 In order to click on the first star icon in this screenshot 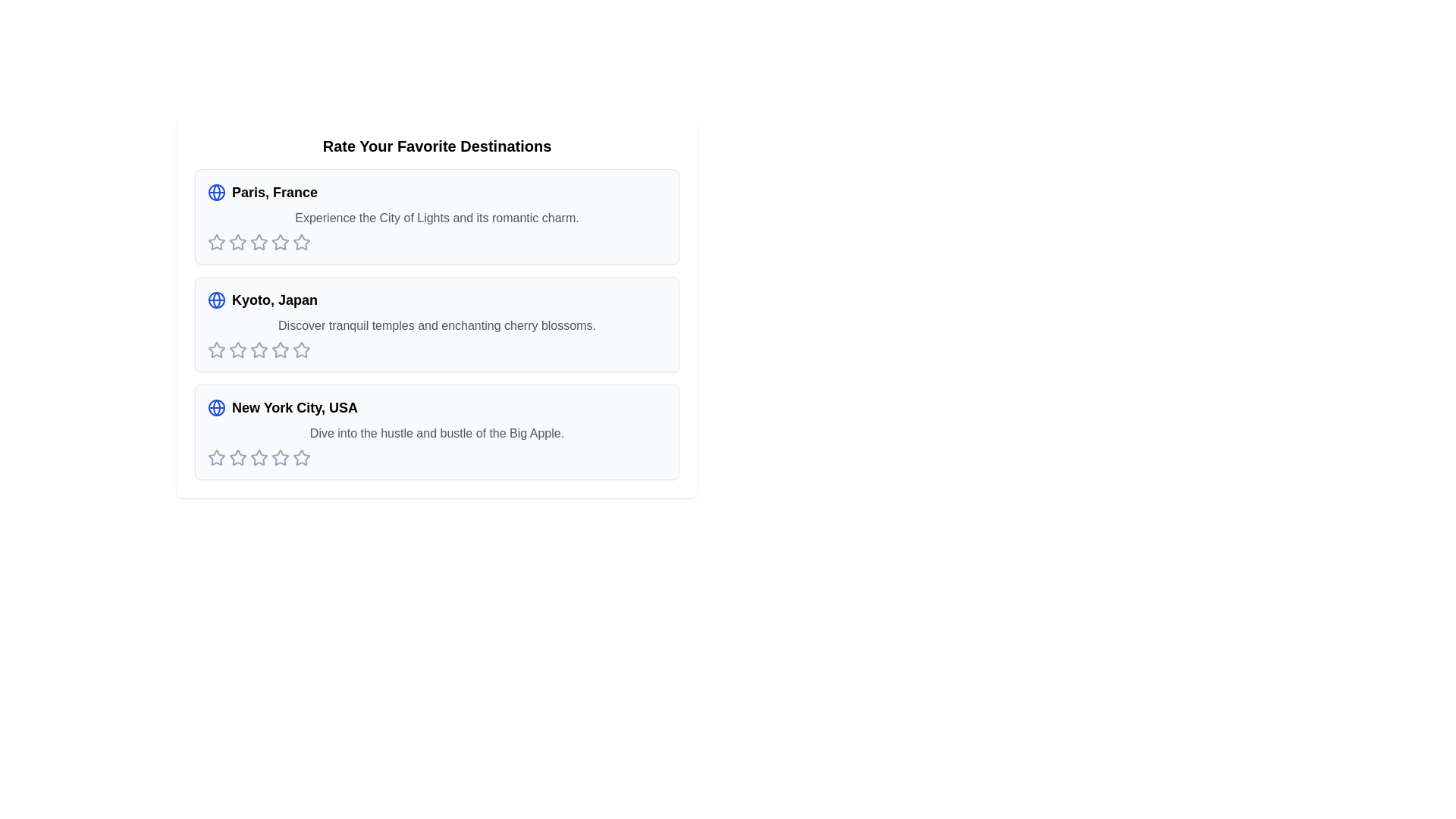, I will do `click(216, 242)`.